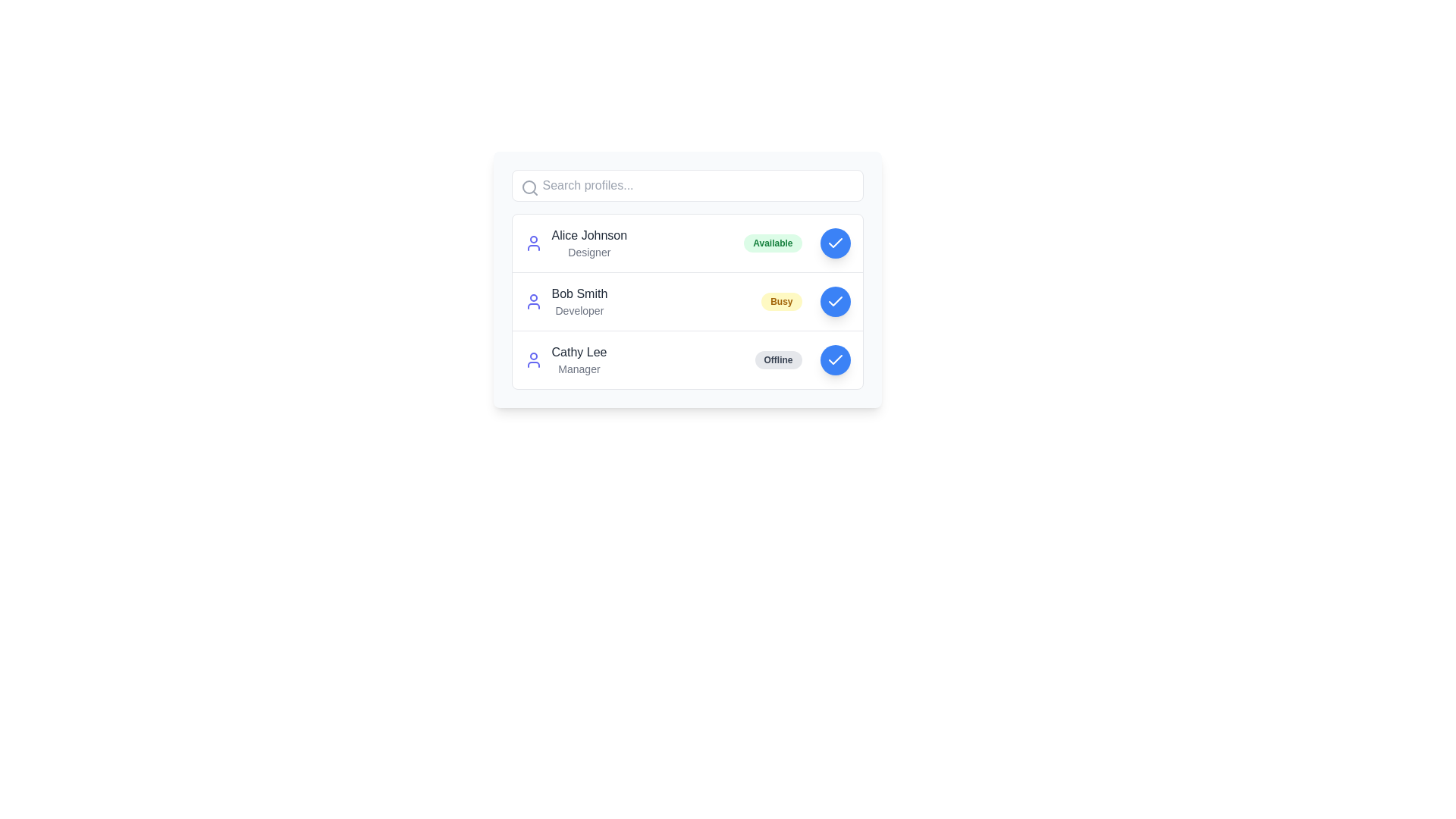  Describe the element at coordinates (578, 353) in the screenshot. I see `the label displaying the name 'Cathy Lee', which is located above the title 'Manager' in the user profile card` at that location.